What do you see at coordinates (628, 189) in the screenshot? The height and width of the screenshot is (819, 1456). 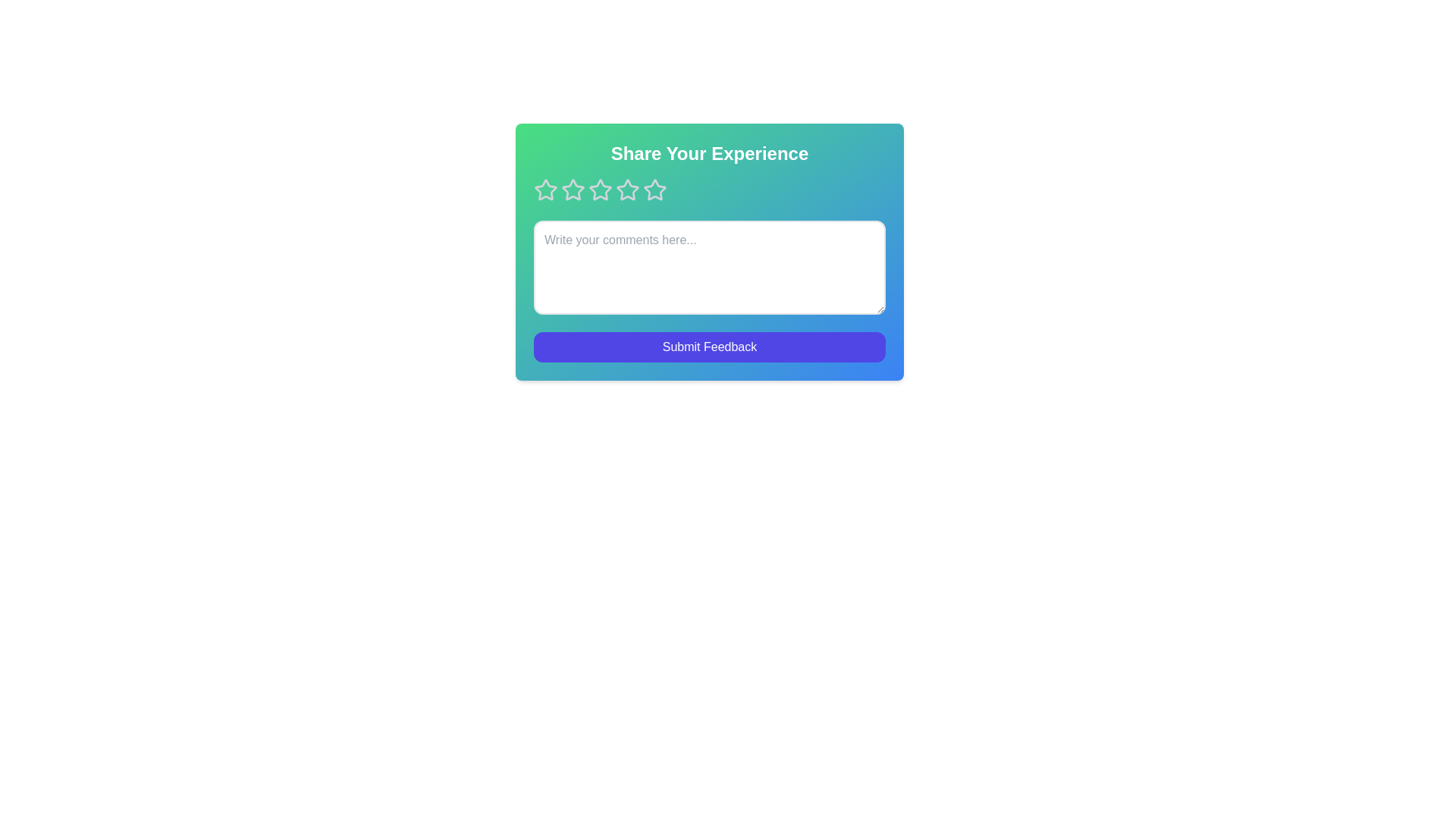 I see `the rating to 4 stars by clicking on the corresponding star` at bounding box center [628, 189].